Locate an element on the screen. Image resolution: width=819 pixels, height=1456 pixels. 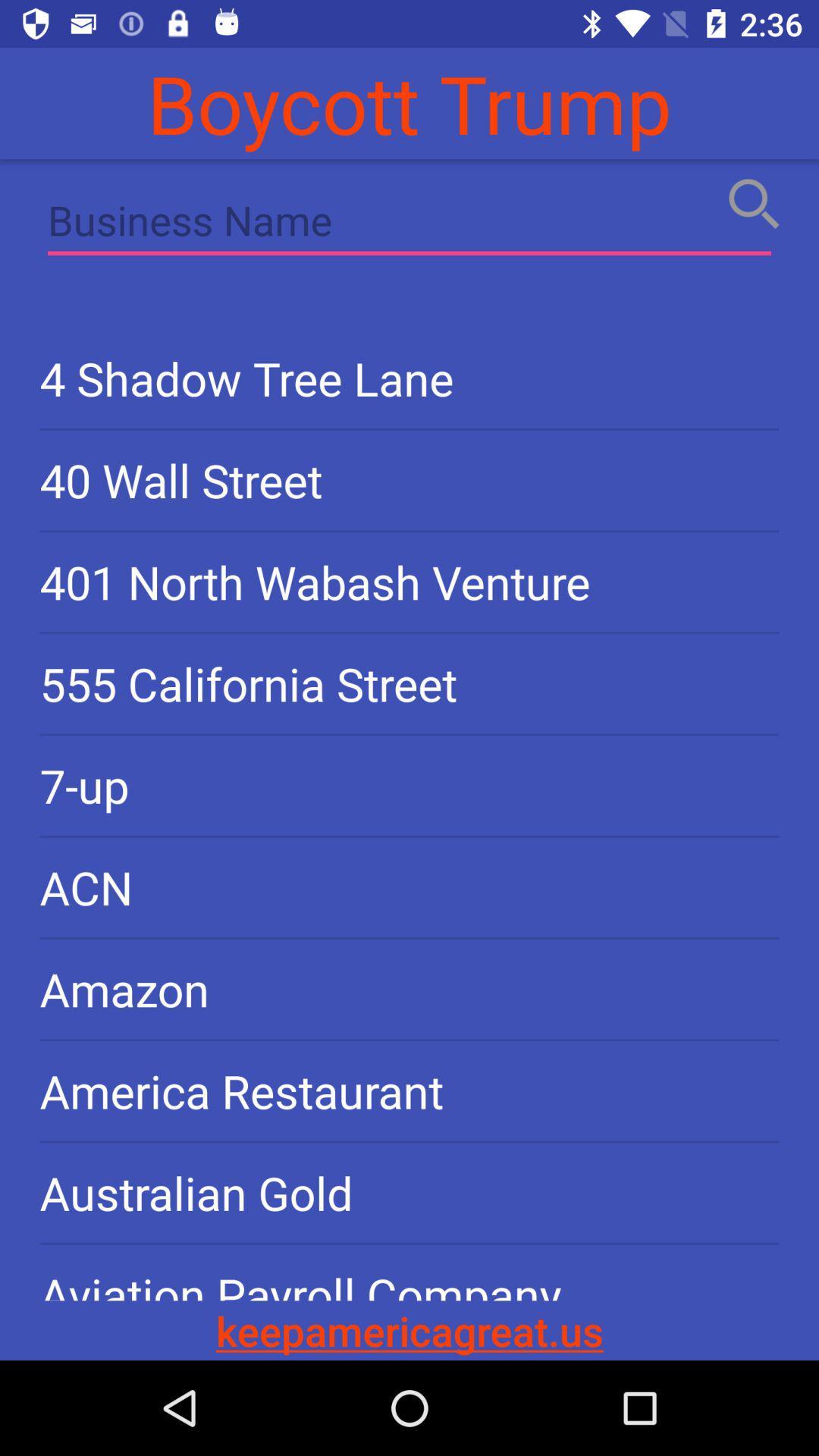
icon above the acn icon is located at coordinates (409, 786).